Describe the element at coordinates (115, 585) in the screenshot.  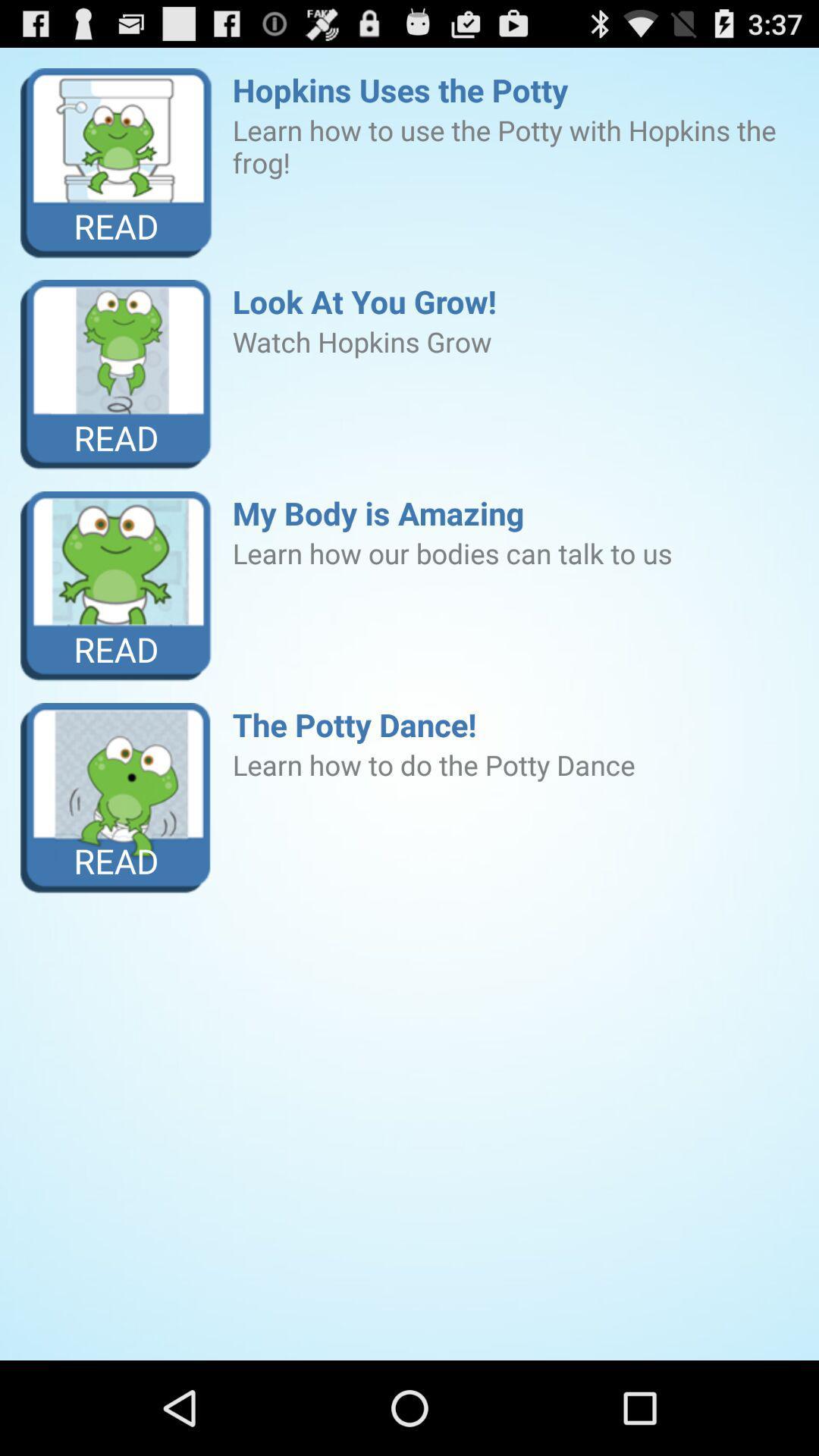
I see `the icon next to the my body is app` at that location.